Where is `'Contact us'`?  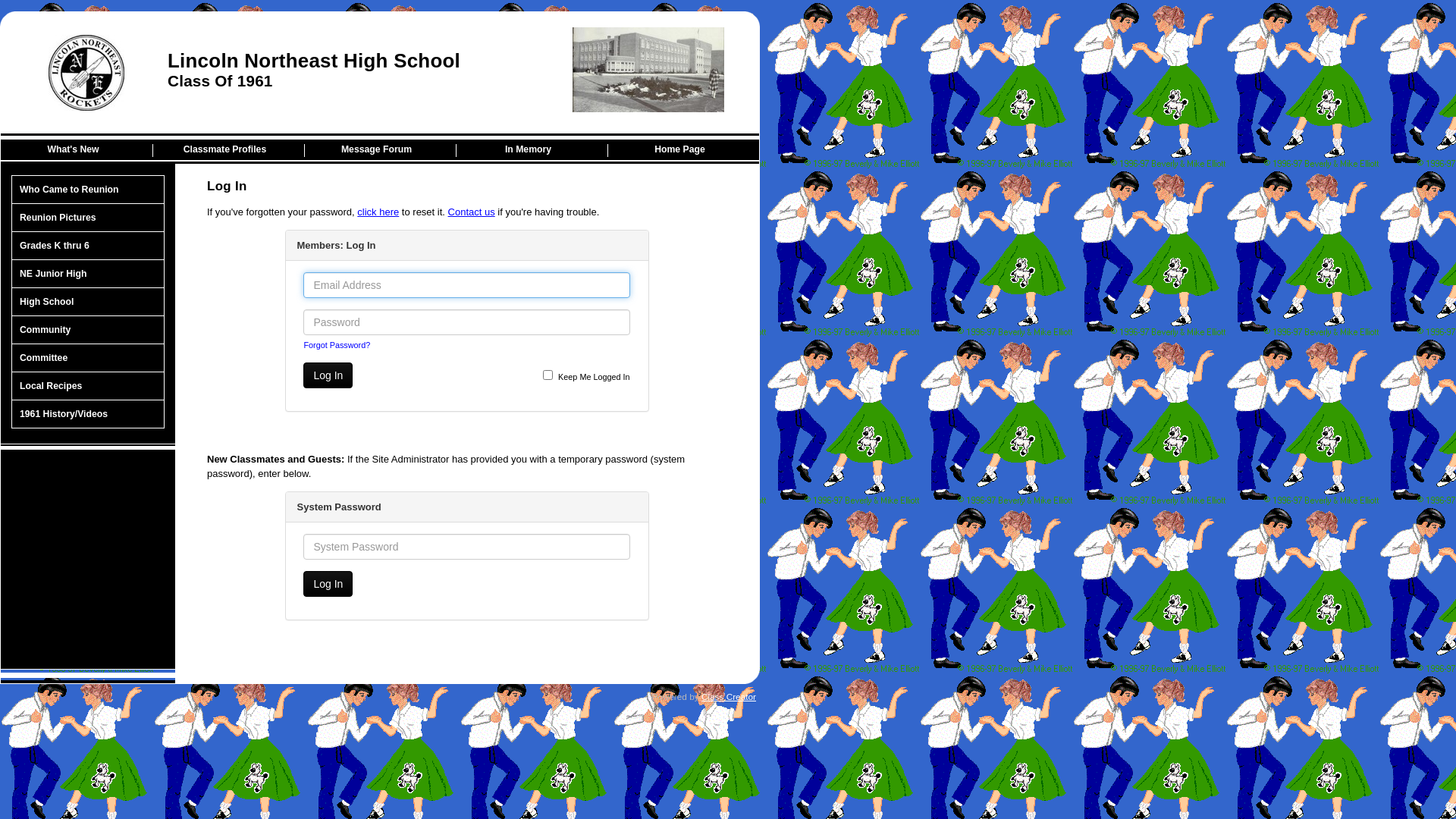 'Contact us' is located at coordinates (471, 212).